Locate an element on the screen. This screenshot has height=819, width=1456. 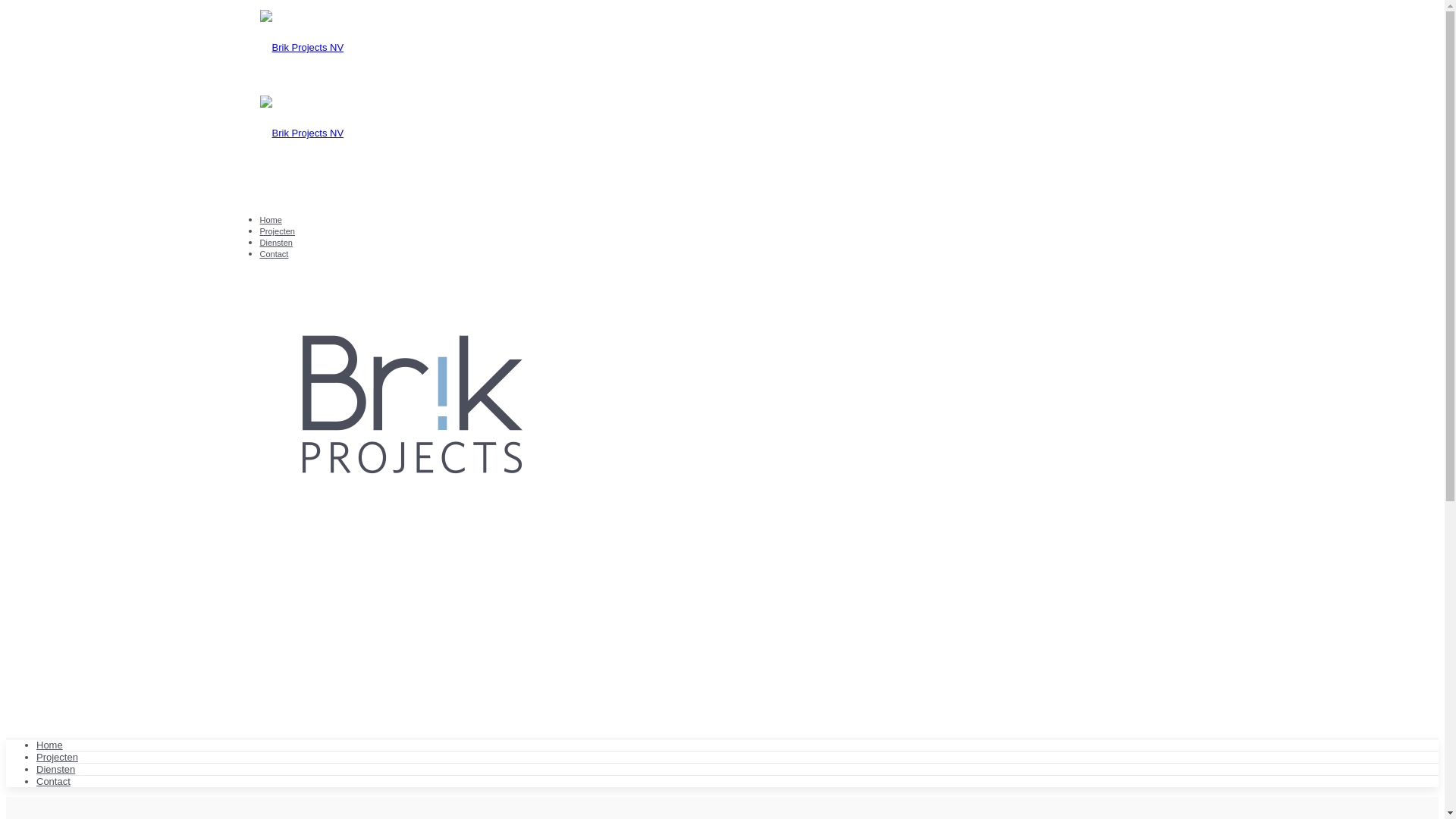
'Diensten' is located at coordinates (36, 769).